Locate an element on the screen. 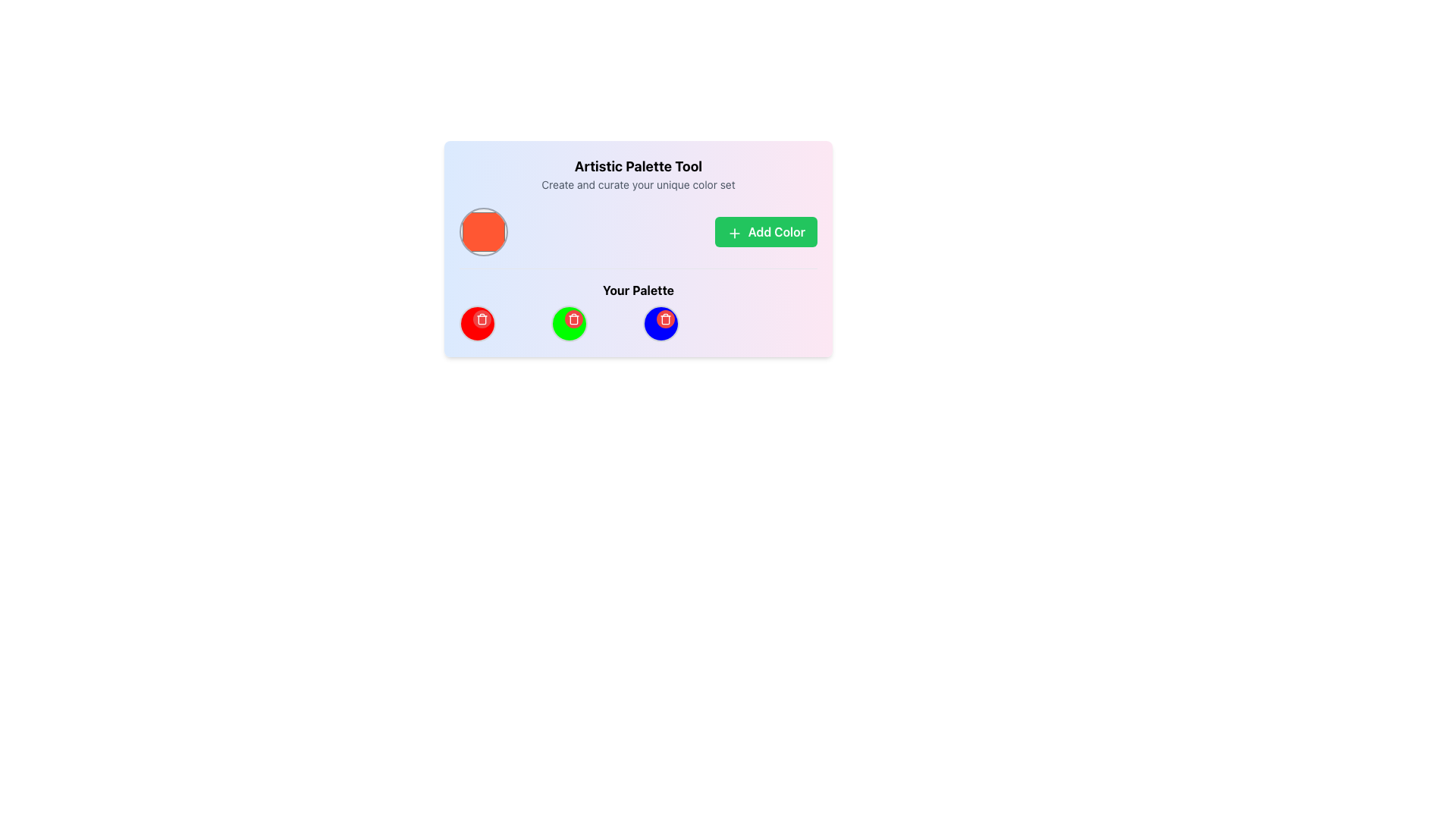 The width and height of the screenshot is (1456, 819). the delete button icon, which is the first red circular icon in the 'Your Palette' section is located at coordinates (476, 323).